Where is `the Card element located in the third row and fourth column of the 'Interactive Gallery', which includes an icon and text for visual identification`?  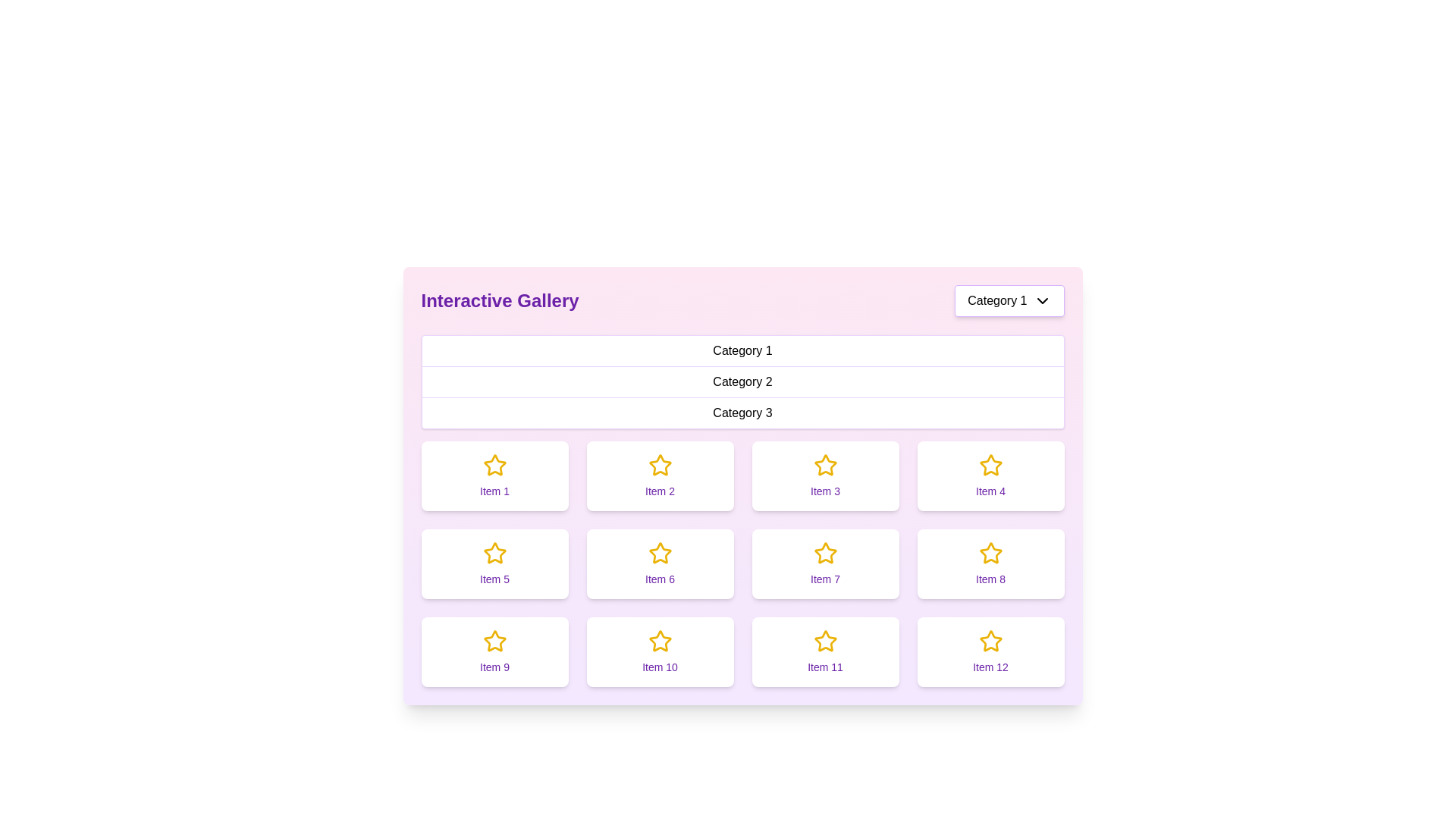
the Card element located in the third row and fourth column of the 'Interactive Gallery', which includes an icon and text for visual identification is located at coordinates (990, 564).